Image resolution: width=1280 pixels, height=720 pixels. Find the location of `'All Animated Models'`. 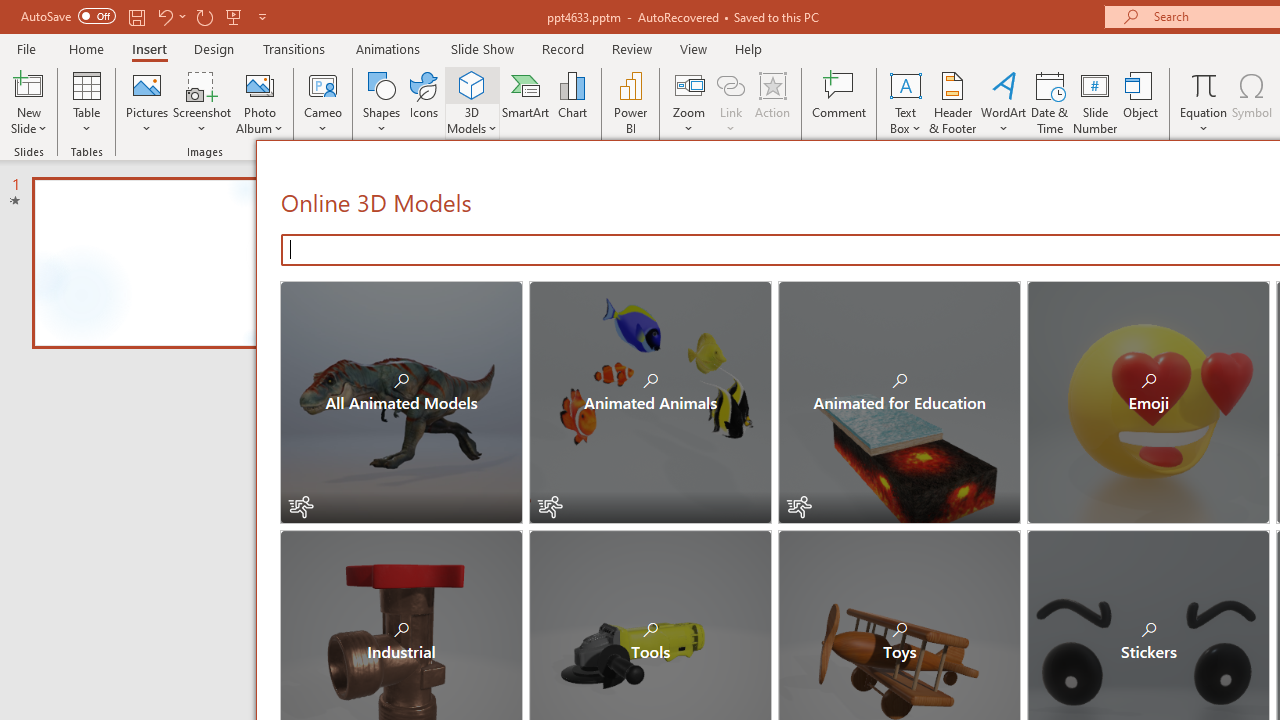

'All Animated Models' is located at coordinates (400, 402).